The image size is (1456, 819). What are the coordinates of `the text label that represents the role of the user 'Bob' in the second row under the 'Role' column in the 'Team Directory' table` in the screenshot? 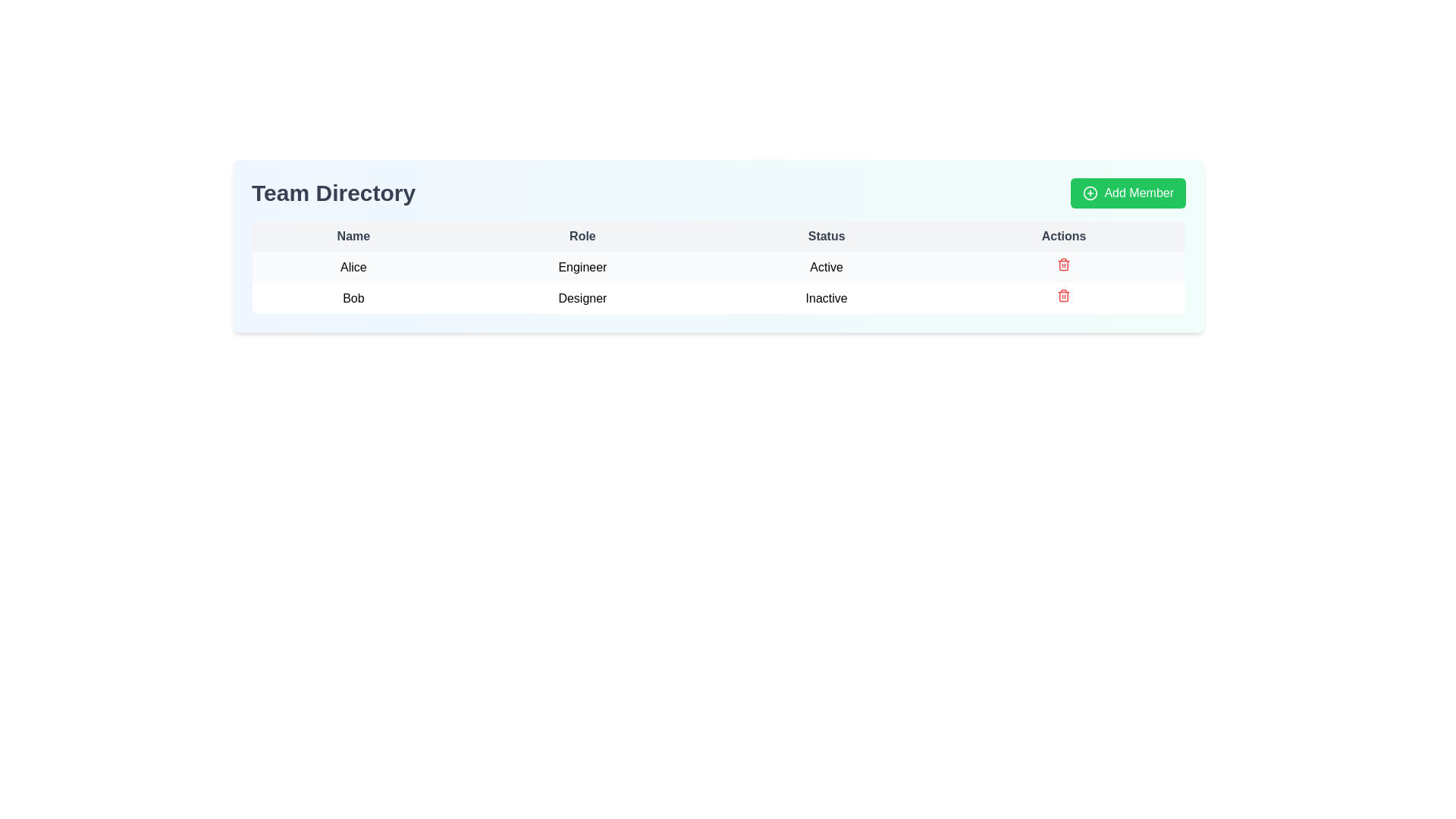 It's located at (582, 298).